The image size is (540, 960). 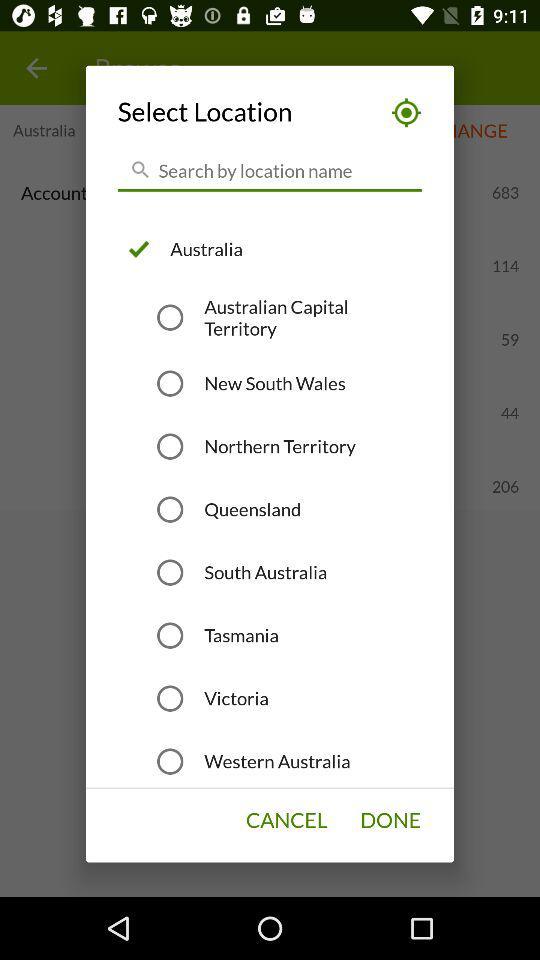 What do you see at coordinates (265, 572) in the screenshot?
I see `the icon above tasmania` at bounding box center [265, 572].